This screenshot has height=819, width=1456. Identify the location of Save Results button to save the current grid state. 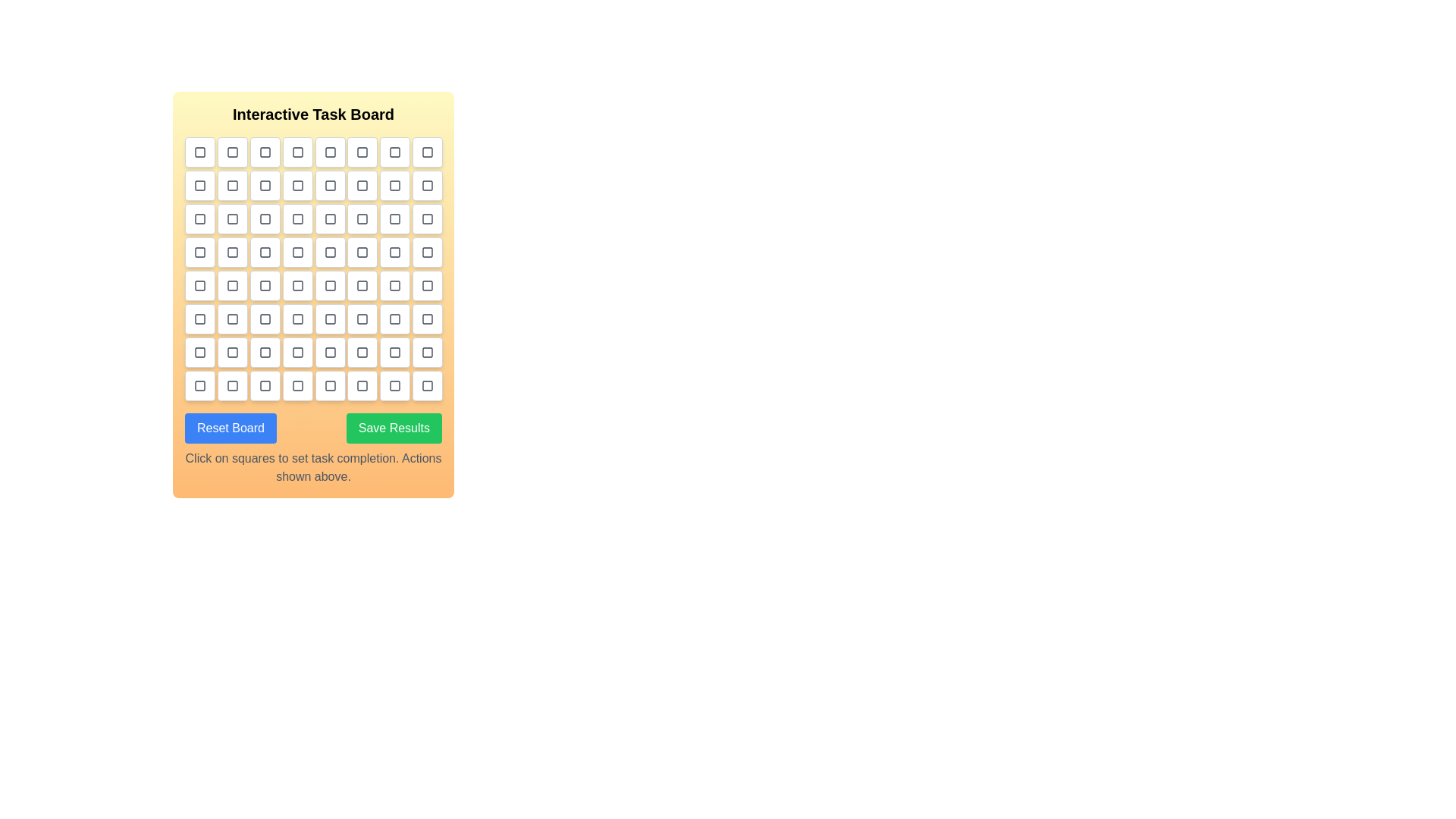
(394, 428).